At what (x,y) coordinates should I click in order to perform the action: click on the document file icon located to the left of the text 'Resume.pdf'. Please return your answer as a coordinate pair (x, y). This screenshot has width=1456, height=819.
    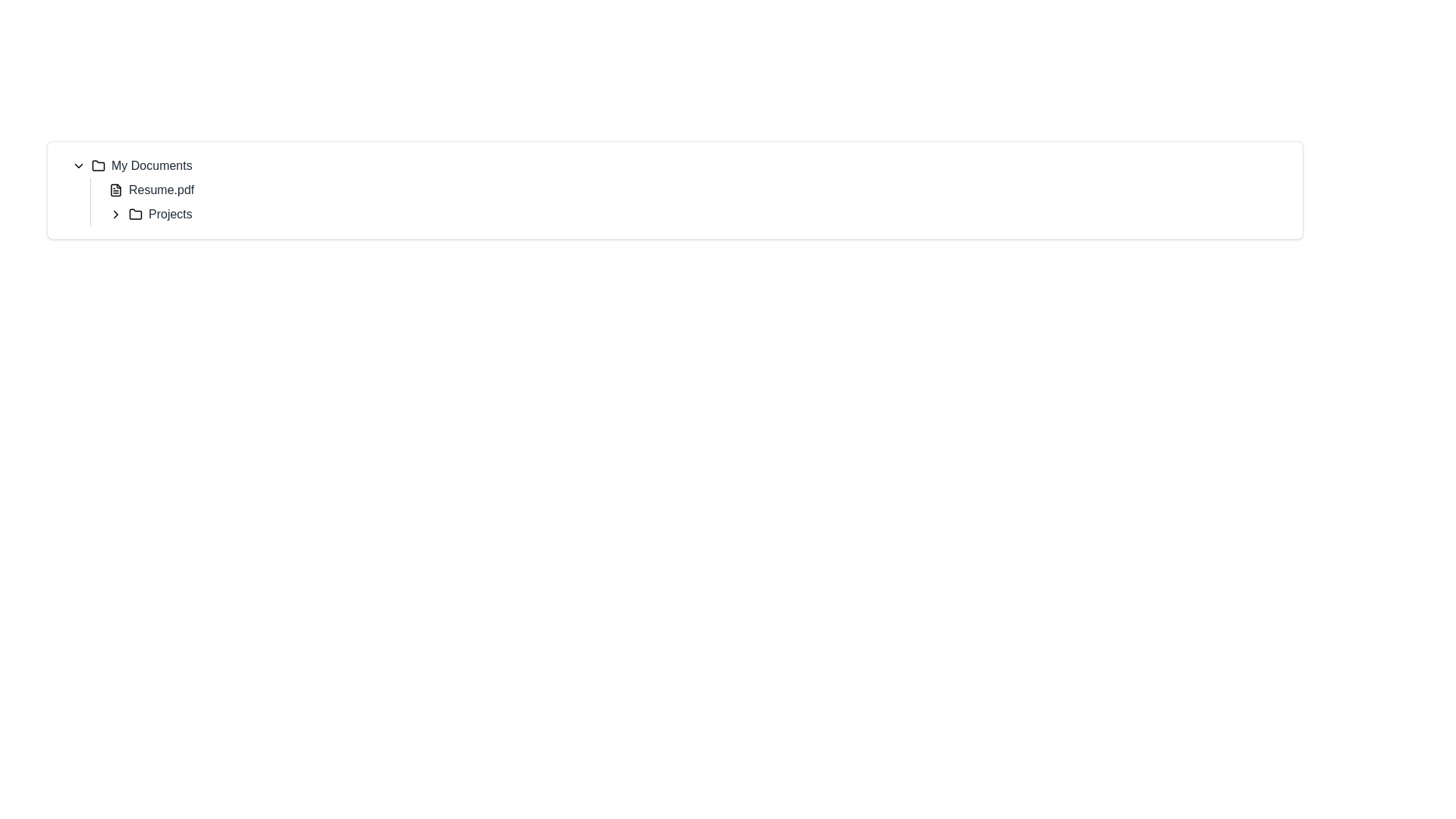
    Looking at the image, I should click on (115, 189).